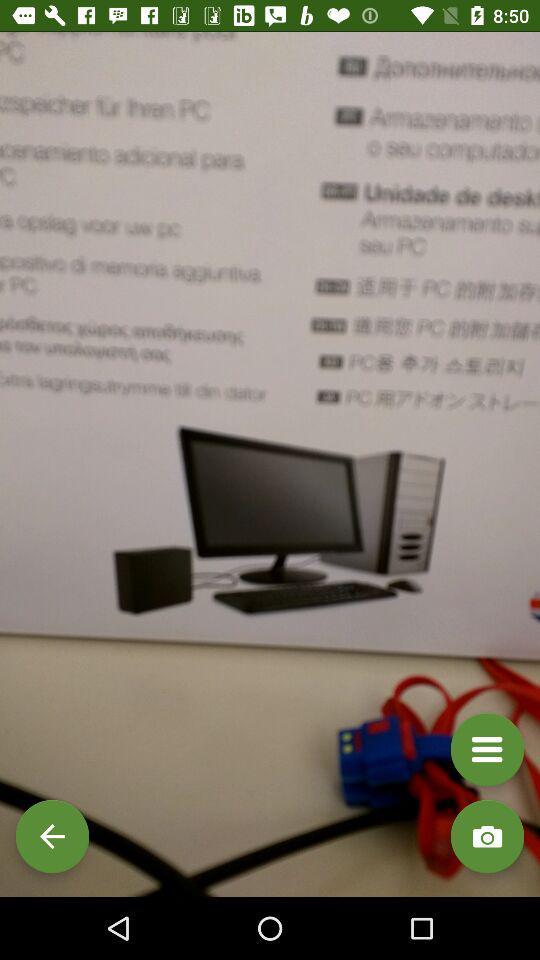 The image size is (540, 960). I want to click on the arrow_backward icon, so click(52, 836).